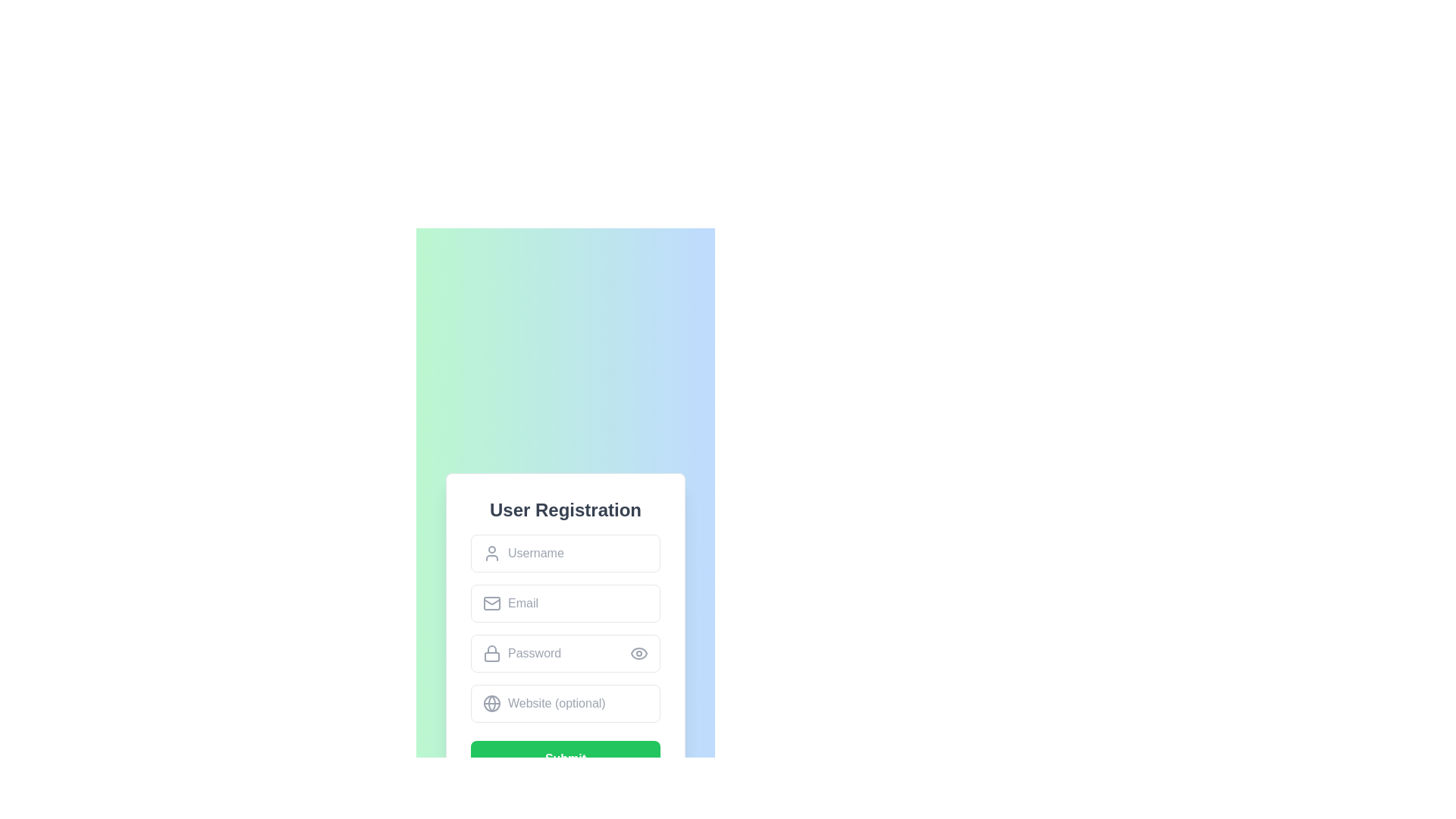 The height and width of the screenshot is (819, 1456). What do you see at coordinates (491, 652) in the screenshot?
I see `the visual cue provided by the padlock icon, which indicates the purpose of the password input field` at bounding box center [491, 652].